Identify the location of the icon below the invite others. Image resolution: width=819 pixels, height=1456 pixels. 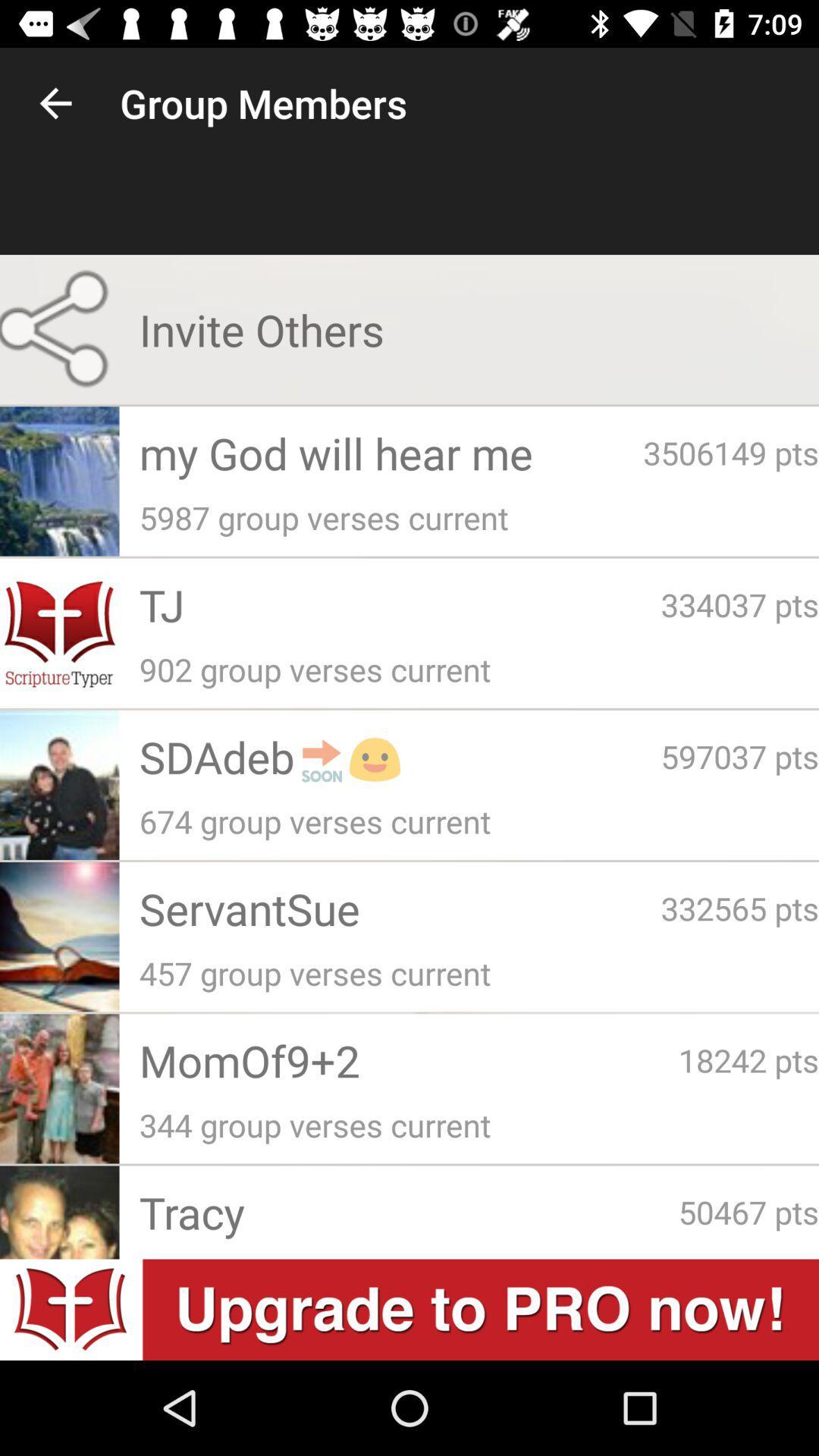
(391, 452).